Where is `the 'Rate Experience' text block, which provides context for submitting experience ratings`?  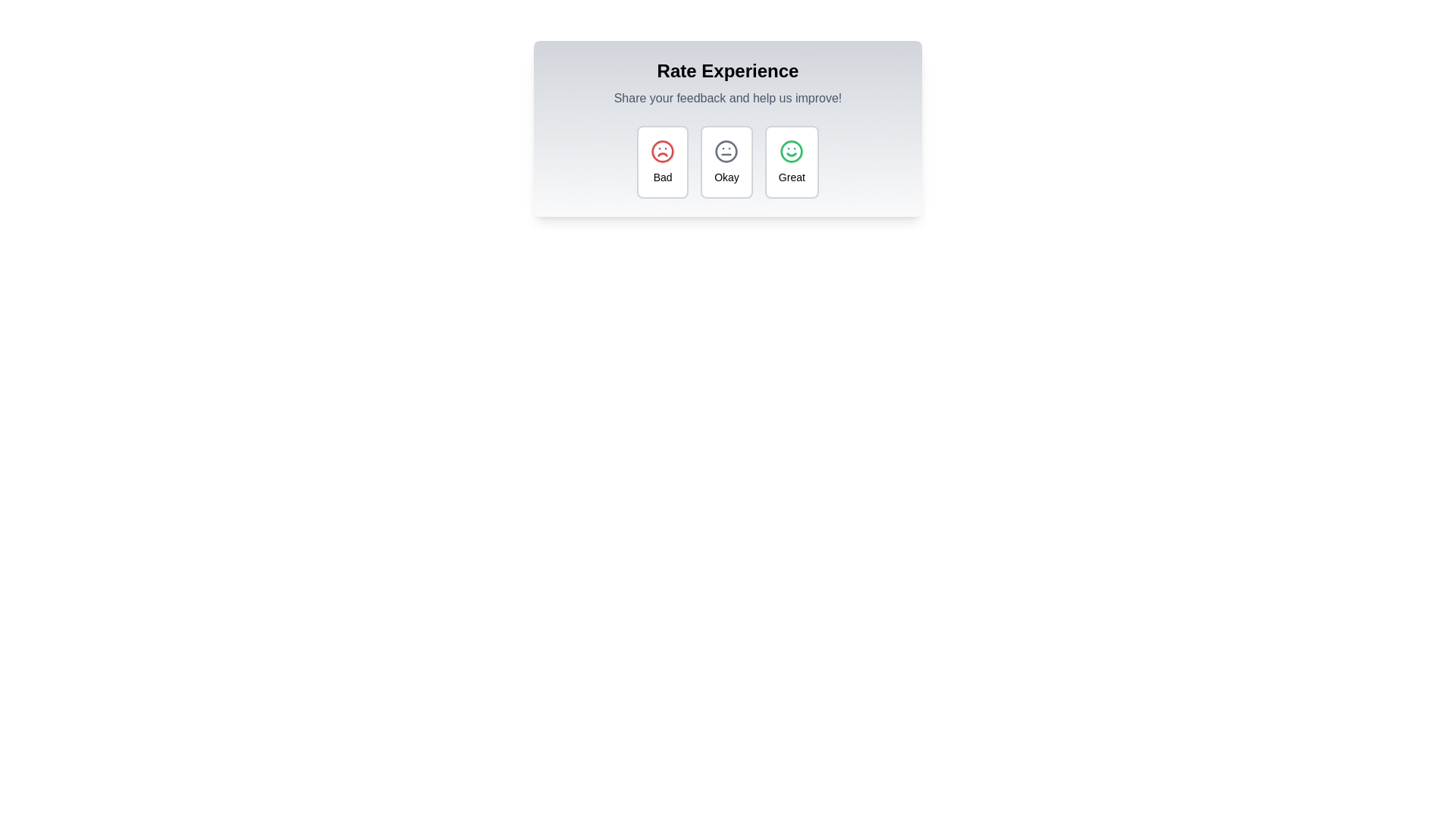
the 'Rate Experience' text block, which provides context for submitting experience ratings is located at coordinates (728, 83).